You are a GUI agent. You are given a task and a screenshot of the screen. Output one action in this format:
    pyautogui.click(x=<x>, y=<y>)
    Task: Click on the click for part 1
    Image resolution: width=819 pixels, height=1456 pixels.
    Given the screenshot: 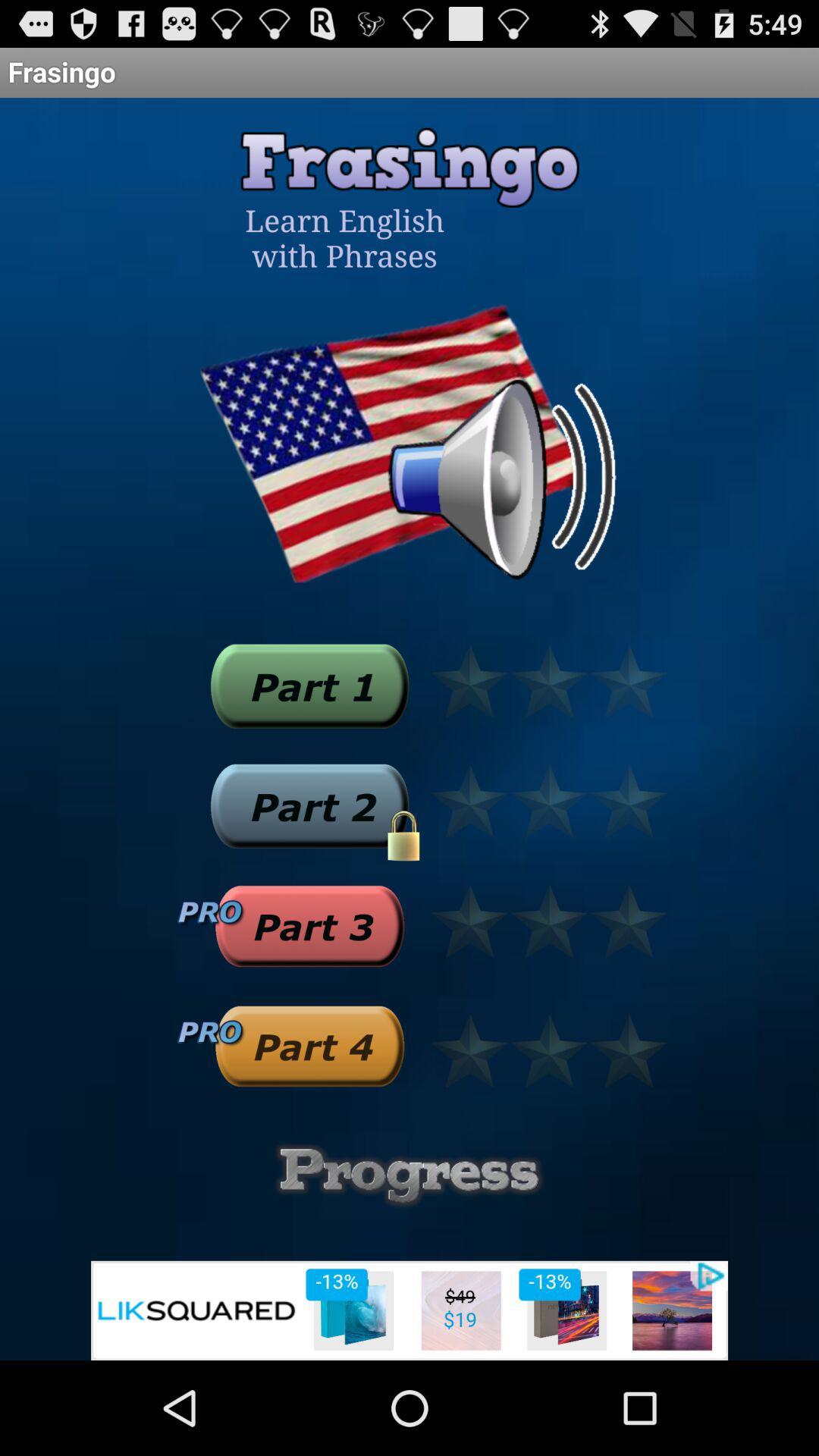 What is the action you would take?
    pyautogui.click(x=309, y=685)
    